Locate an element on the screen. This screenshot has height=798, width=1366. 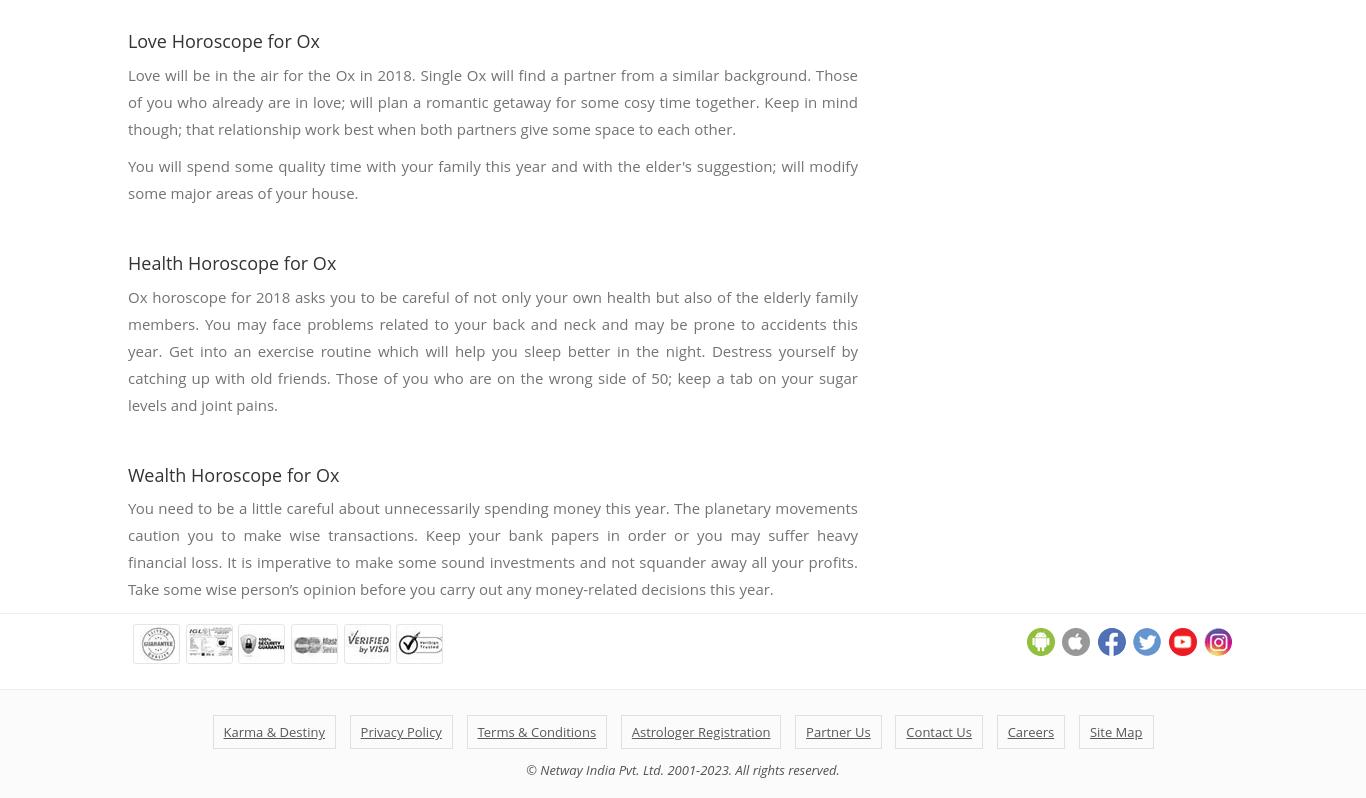
'Astrologer Registration' is located at coordinates (700, 732).